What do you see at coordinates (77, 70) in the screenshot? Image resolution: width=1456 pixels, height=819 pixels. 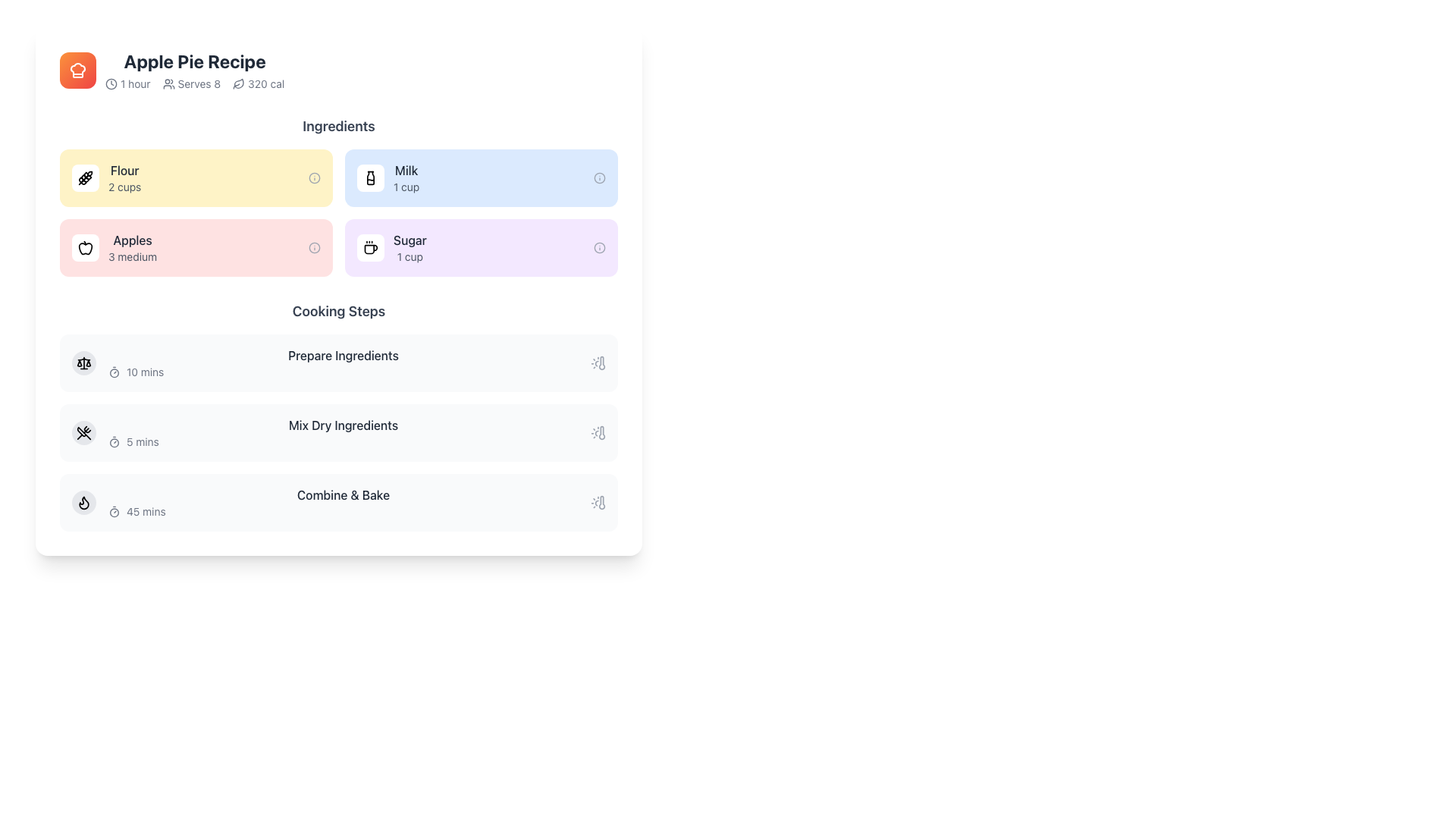 I see `the chef's hat icon, which is a rounded square with a gradient background from orange to red, located to the left of the 'Apple Pie Recipe' heading` at bounding box center [77, 70].